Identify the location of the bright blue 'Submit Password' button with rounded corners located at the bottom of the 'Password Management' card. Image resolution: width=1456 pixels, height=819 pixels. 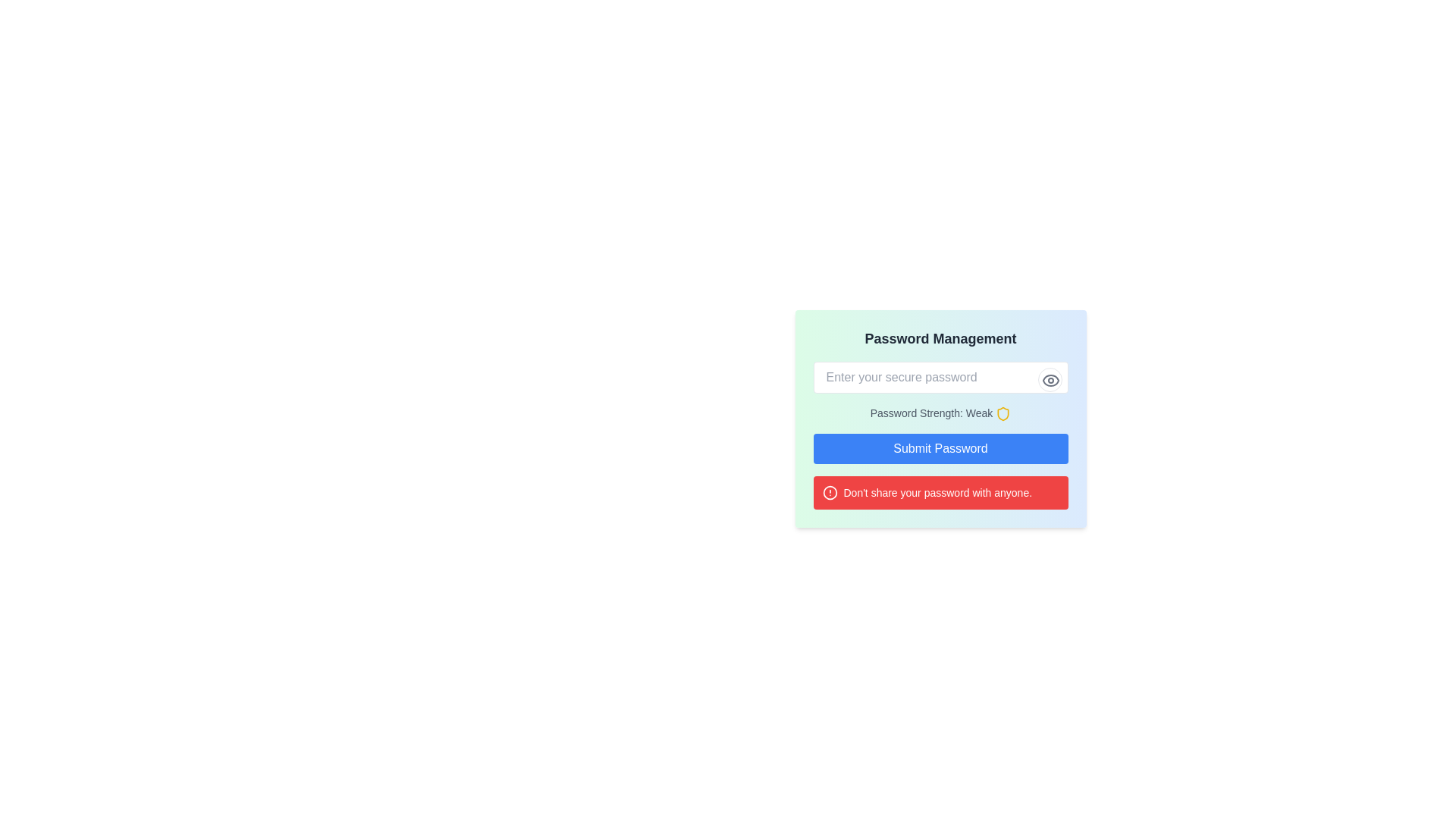
(940, 448).